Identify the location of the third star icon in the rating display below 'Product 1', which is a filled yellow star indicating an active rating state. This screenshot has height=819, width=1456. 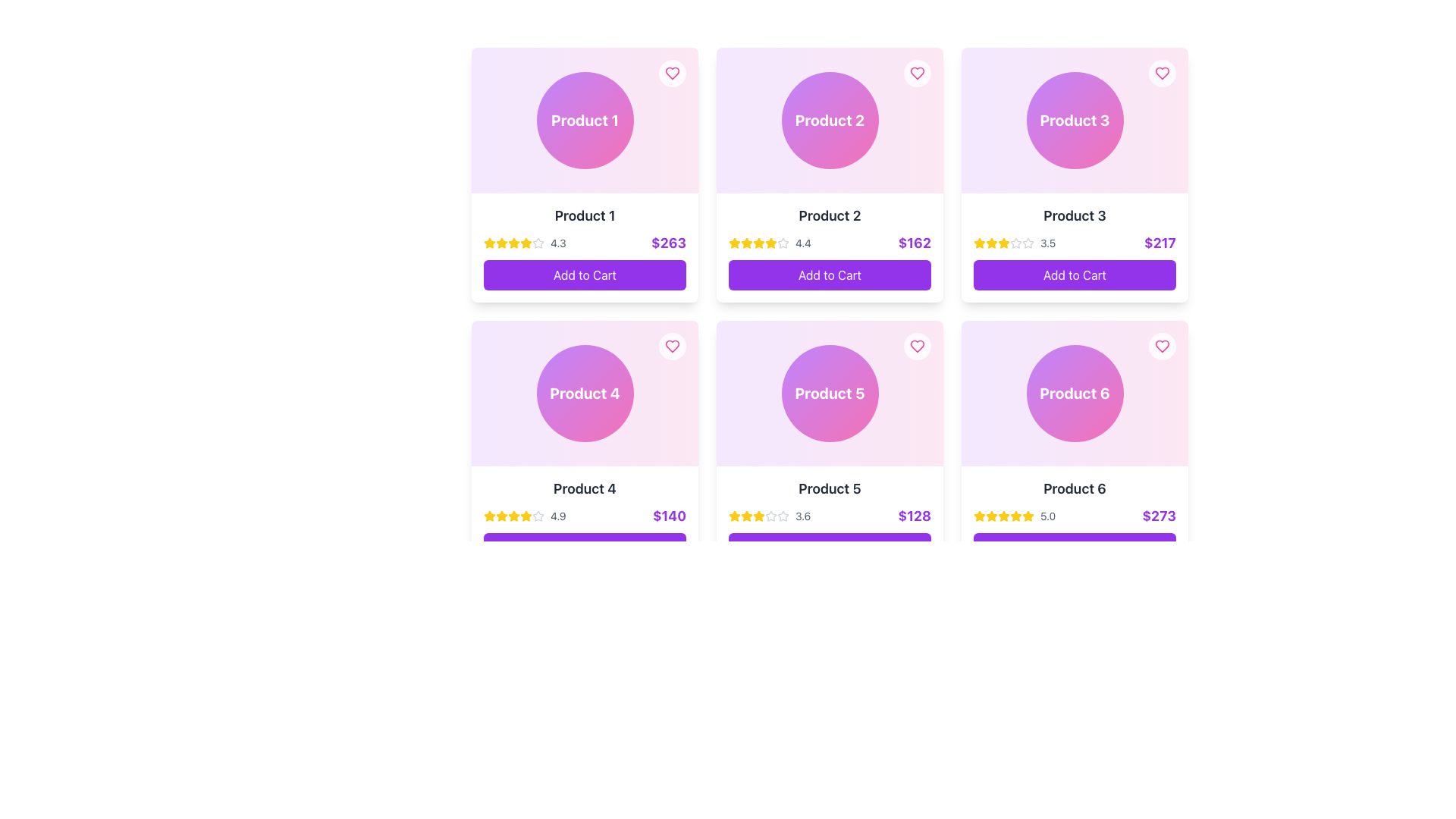
(502, 242).